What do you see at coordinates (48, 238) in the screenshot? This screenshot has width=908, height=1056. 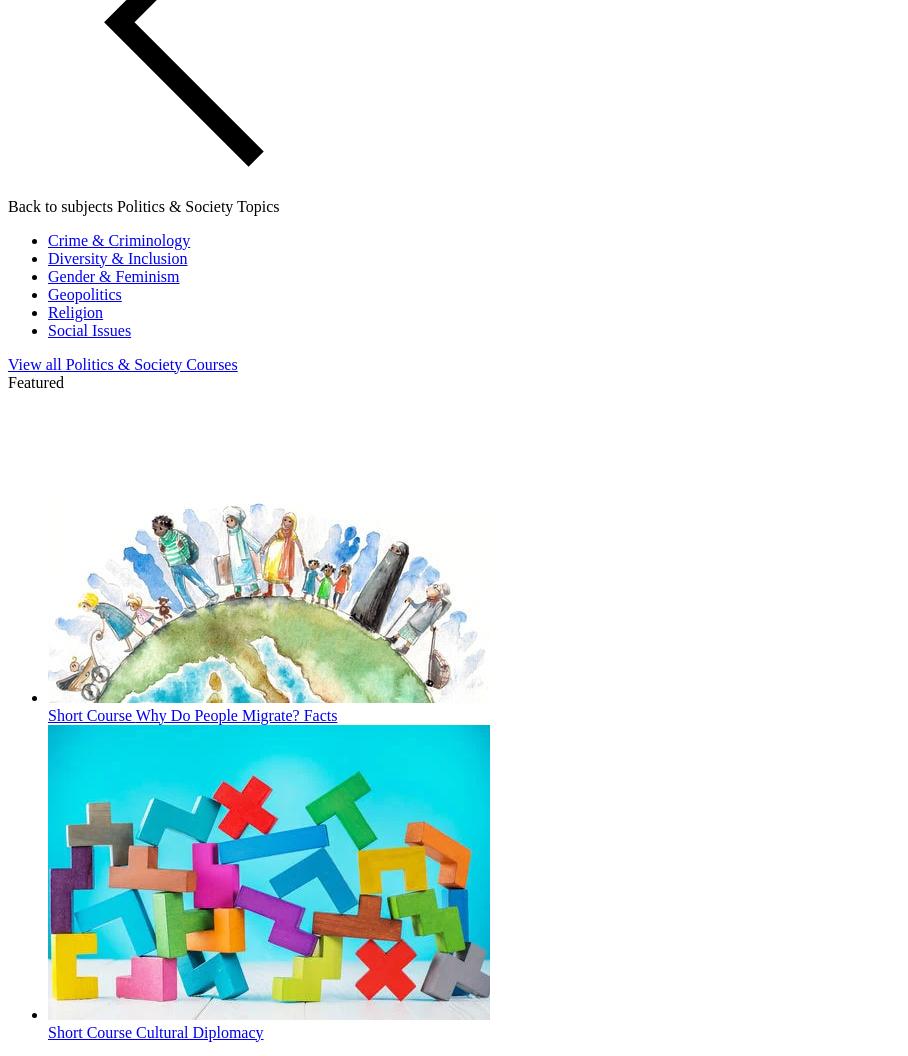 I see `'Crime & Criminology'` at bounding box center [48, 238].